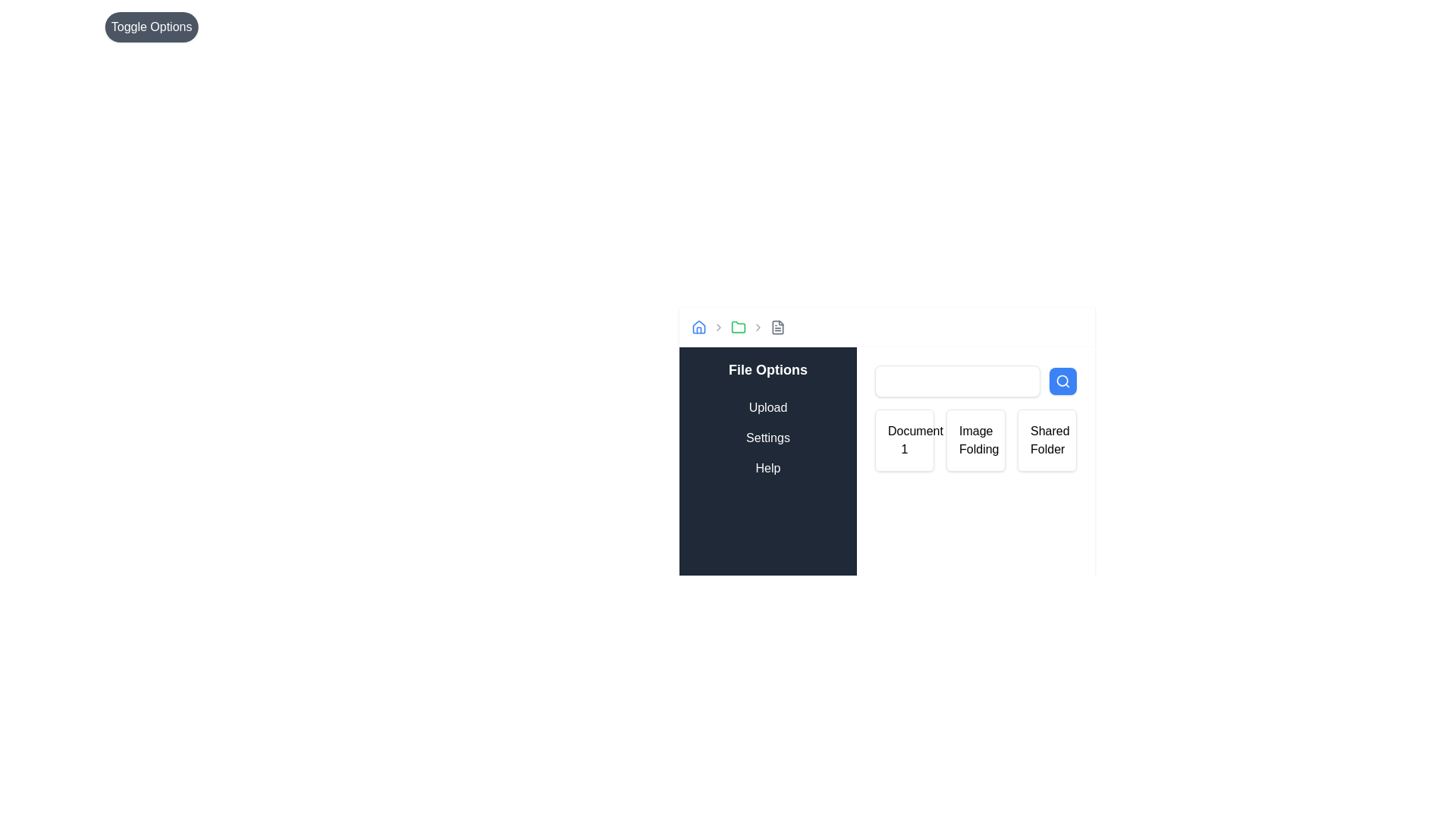  Describe the element at coordinates (1062, 380) in the screenshot. I see `the circular search icon resembling a magnifying glass located at the top-right corner of the interface` at that location.